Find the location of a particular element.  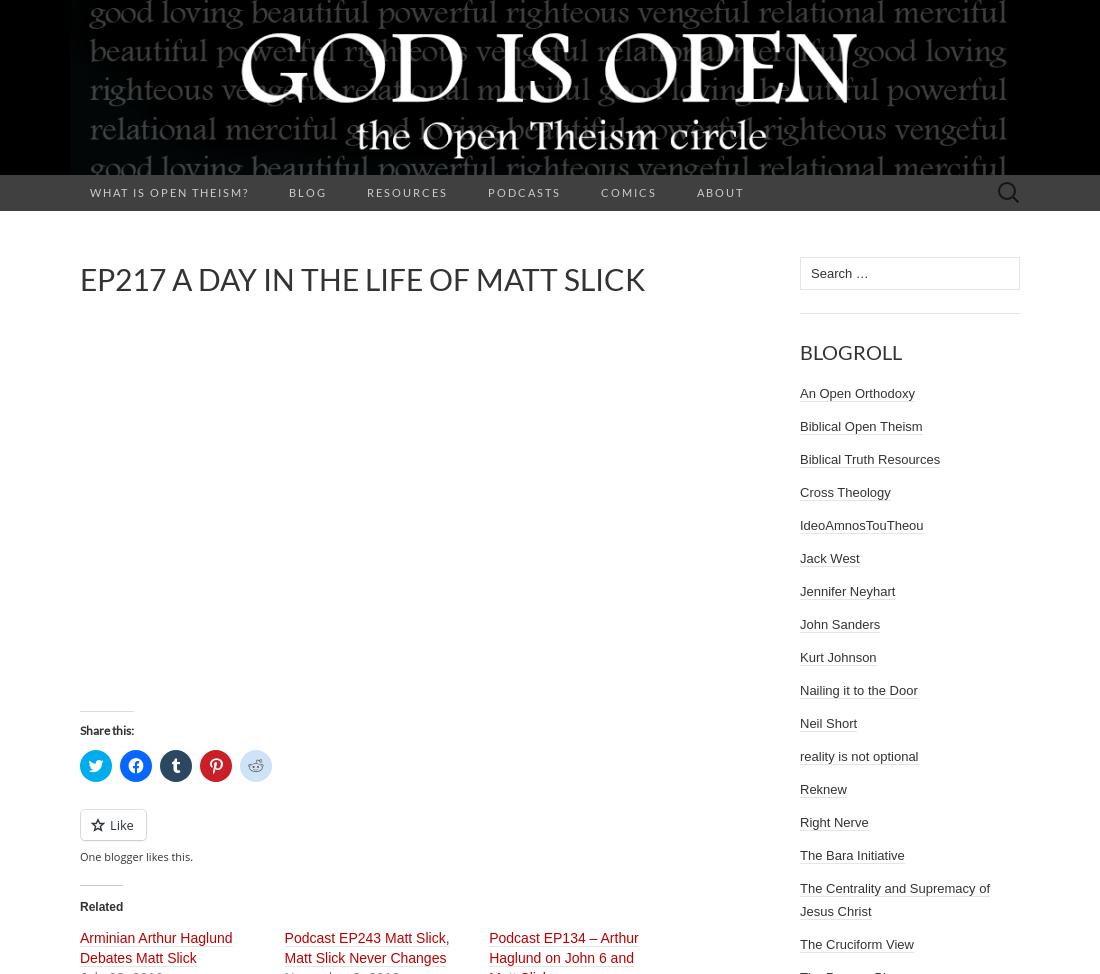

'Resources' is located at coordinates (407, 192).